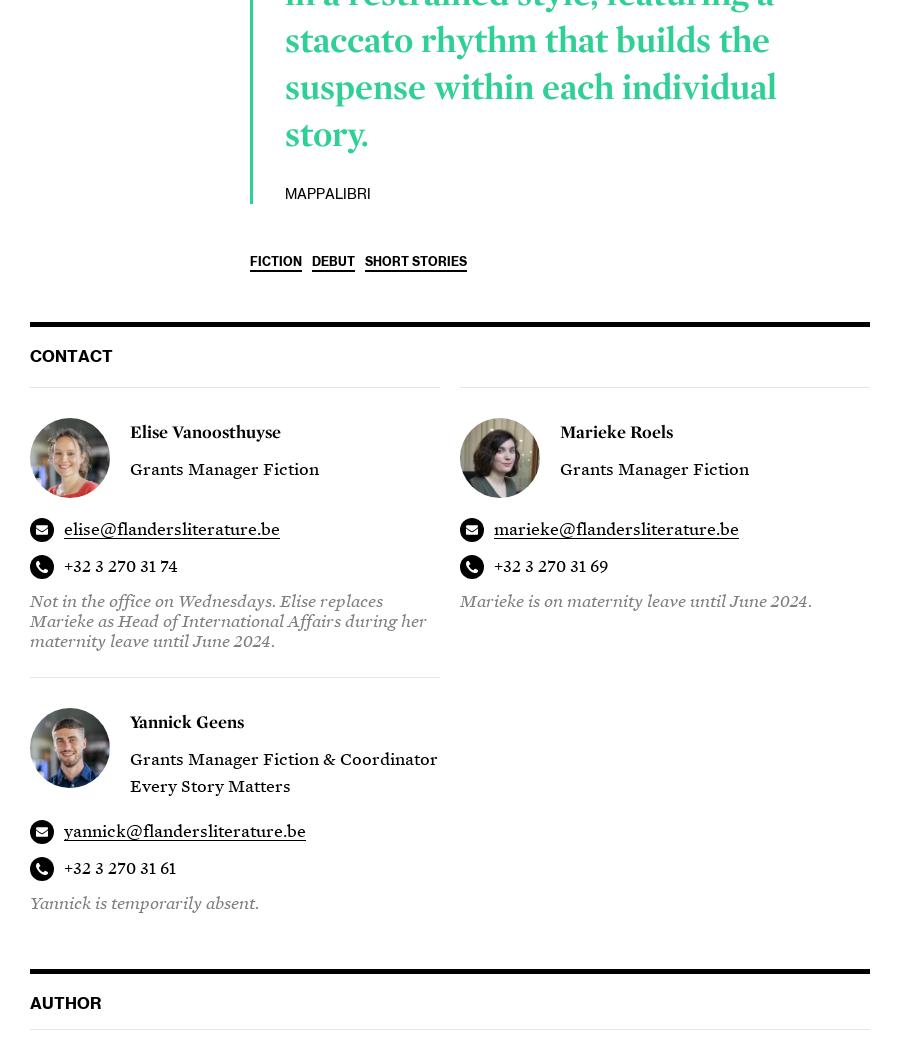 This screenshot has width=900, height=1053. What do you see at coordinates (144, 903) in the screenshot?
I see `'Yannick is temporarily absent.'` at bounding box center [144, 903].